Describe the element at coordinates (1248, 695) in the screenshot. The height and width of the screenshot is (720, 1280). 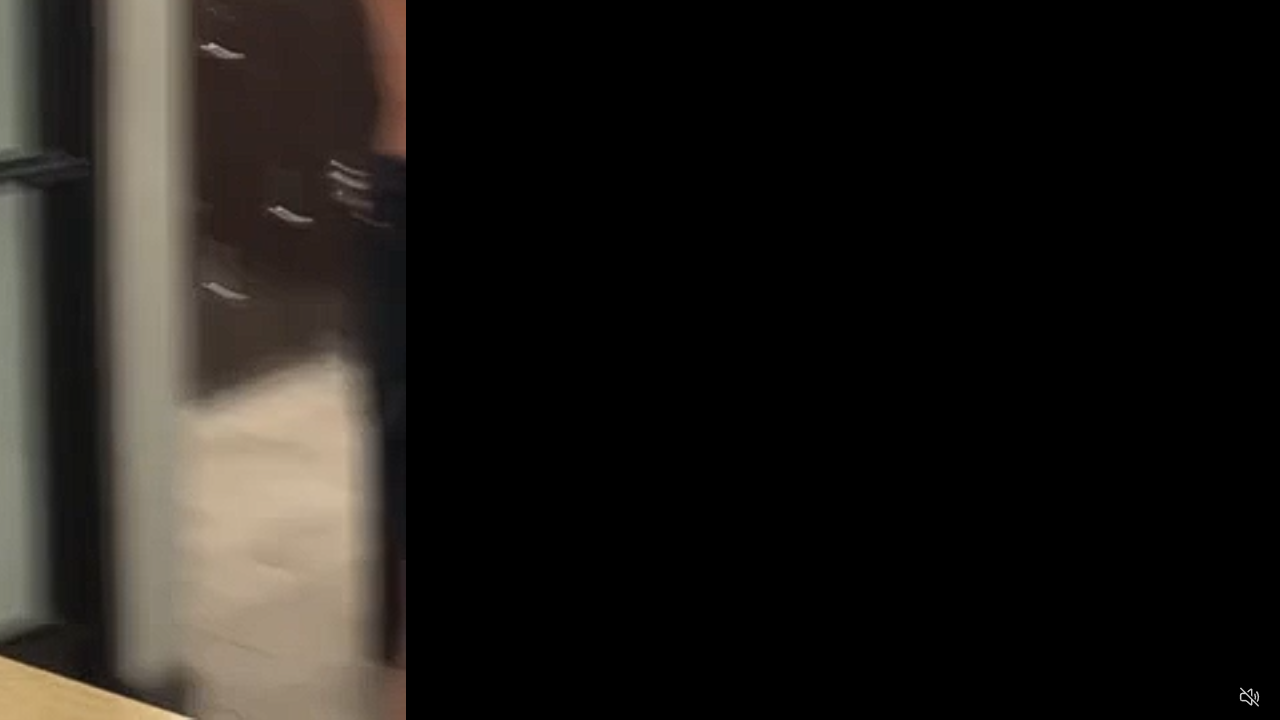
I see `'Unmute'` at that location.